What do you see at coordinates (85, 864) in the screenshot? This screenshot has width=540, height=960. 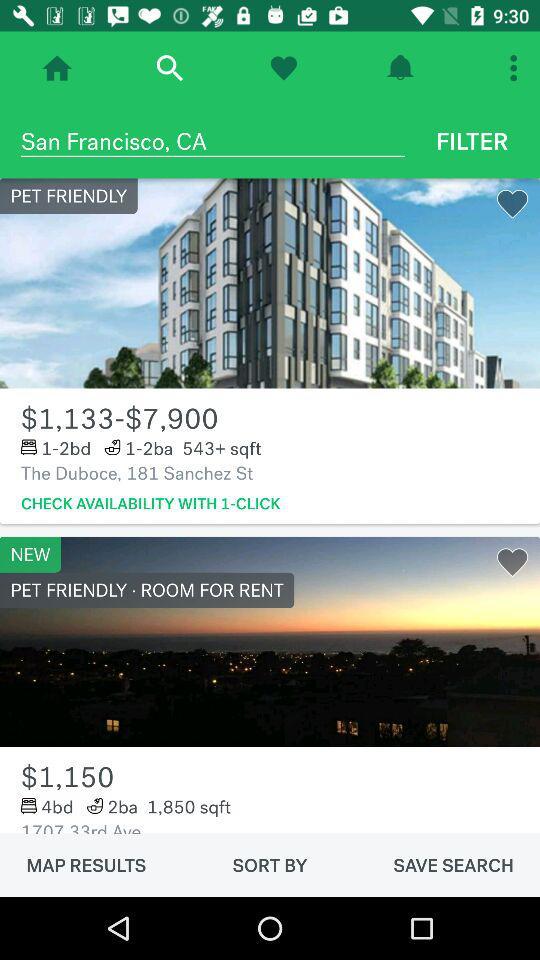 I see `the icon next to the sort by` at bounding box center [85, 864].